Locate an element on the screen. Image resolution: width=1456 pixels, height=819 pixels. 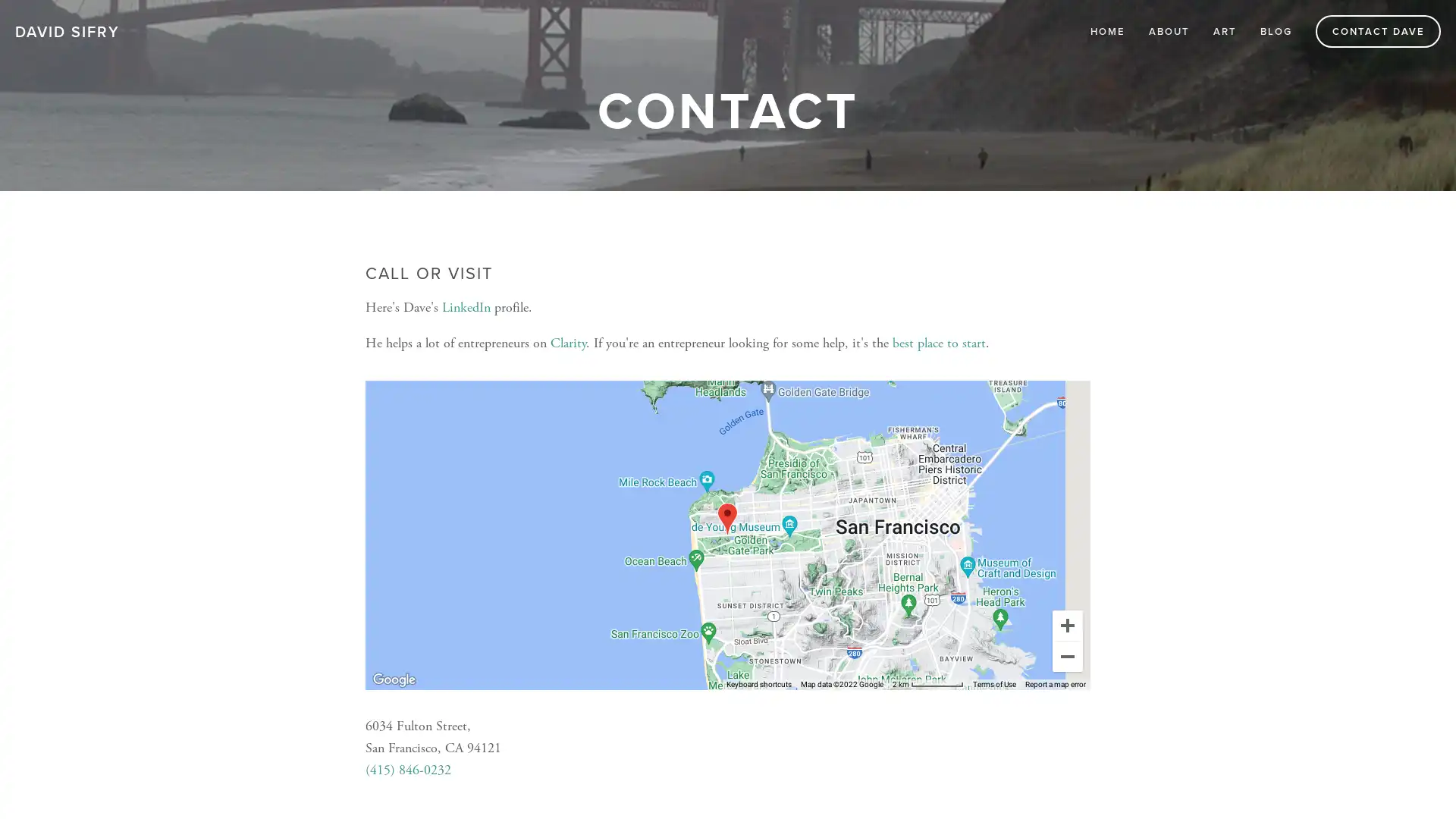
Zoom in is located at coordinates (1066, 625).